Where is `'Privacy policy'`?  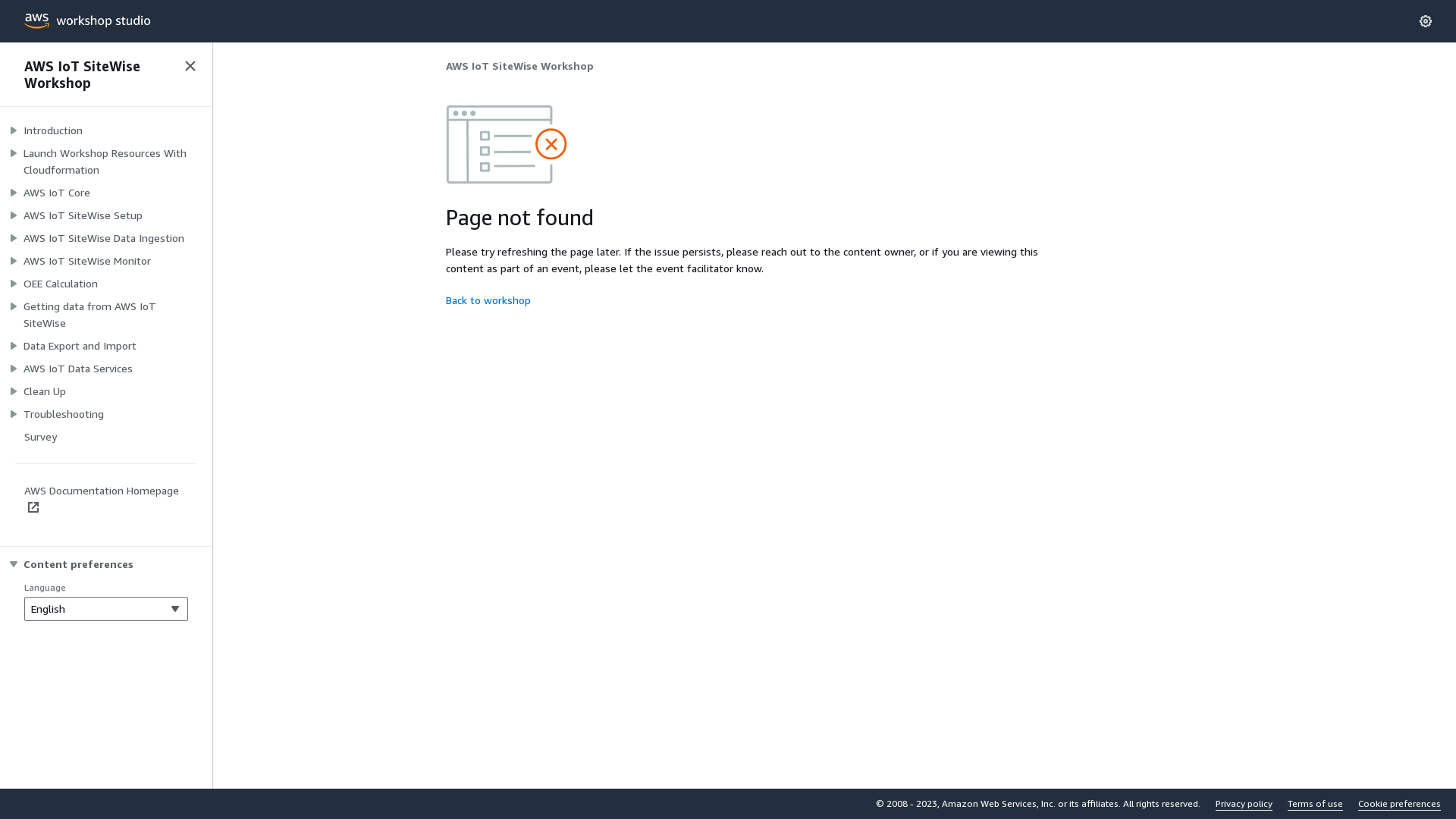 'Privacy policy' is located at coordinates (1216, 803).